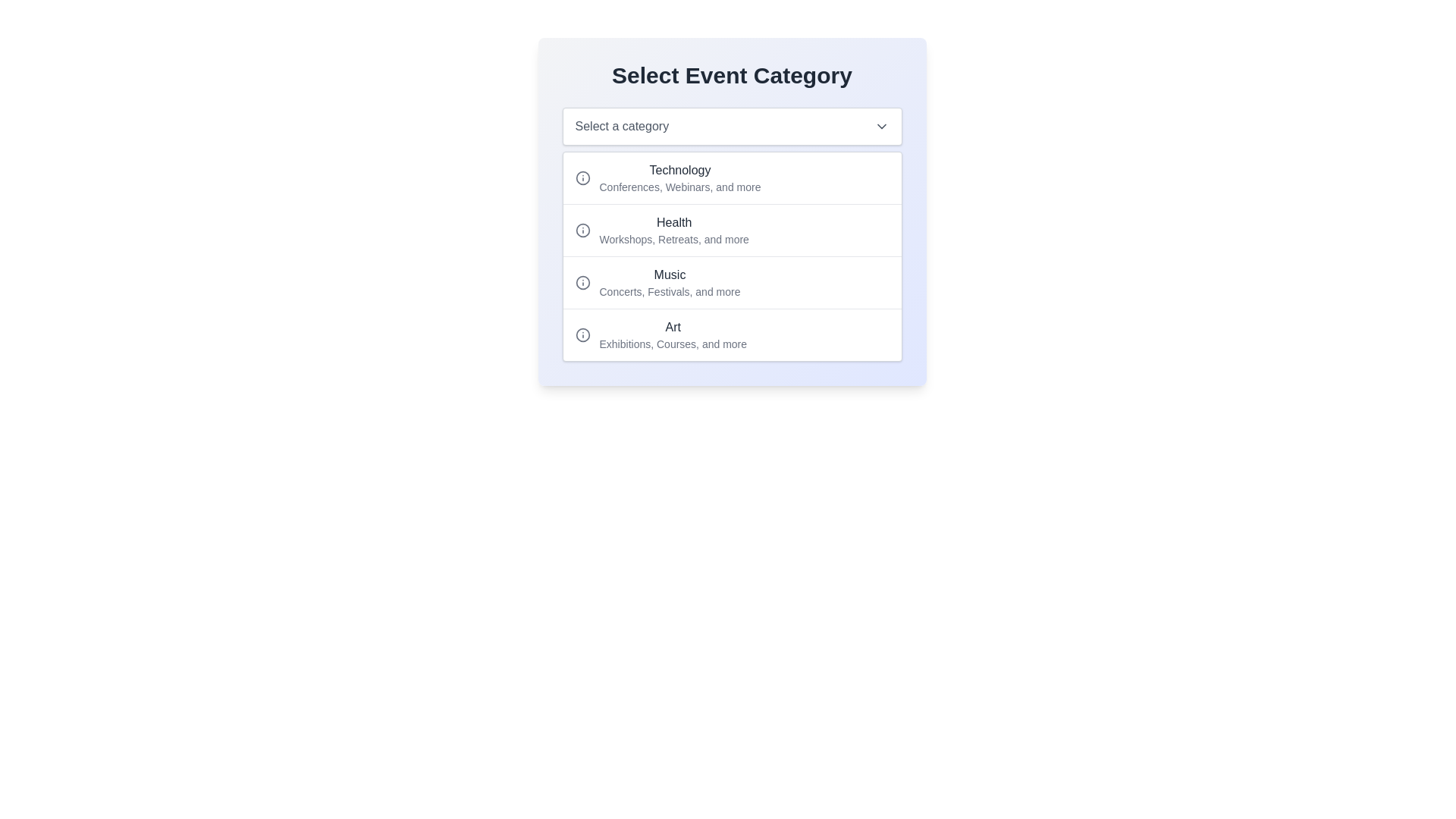 The image size is (1456, 819). What do you see at coordinates (679, 170) in the screenshot?
I see `the text label that reads 'Technology', which is located in the topmost row of the selectable category section under 'Select Event Category'. This text is styled in a medium font weight and dark gray color against a white background` at bounding box center [679, 170].